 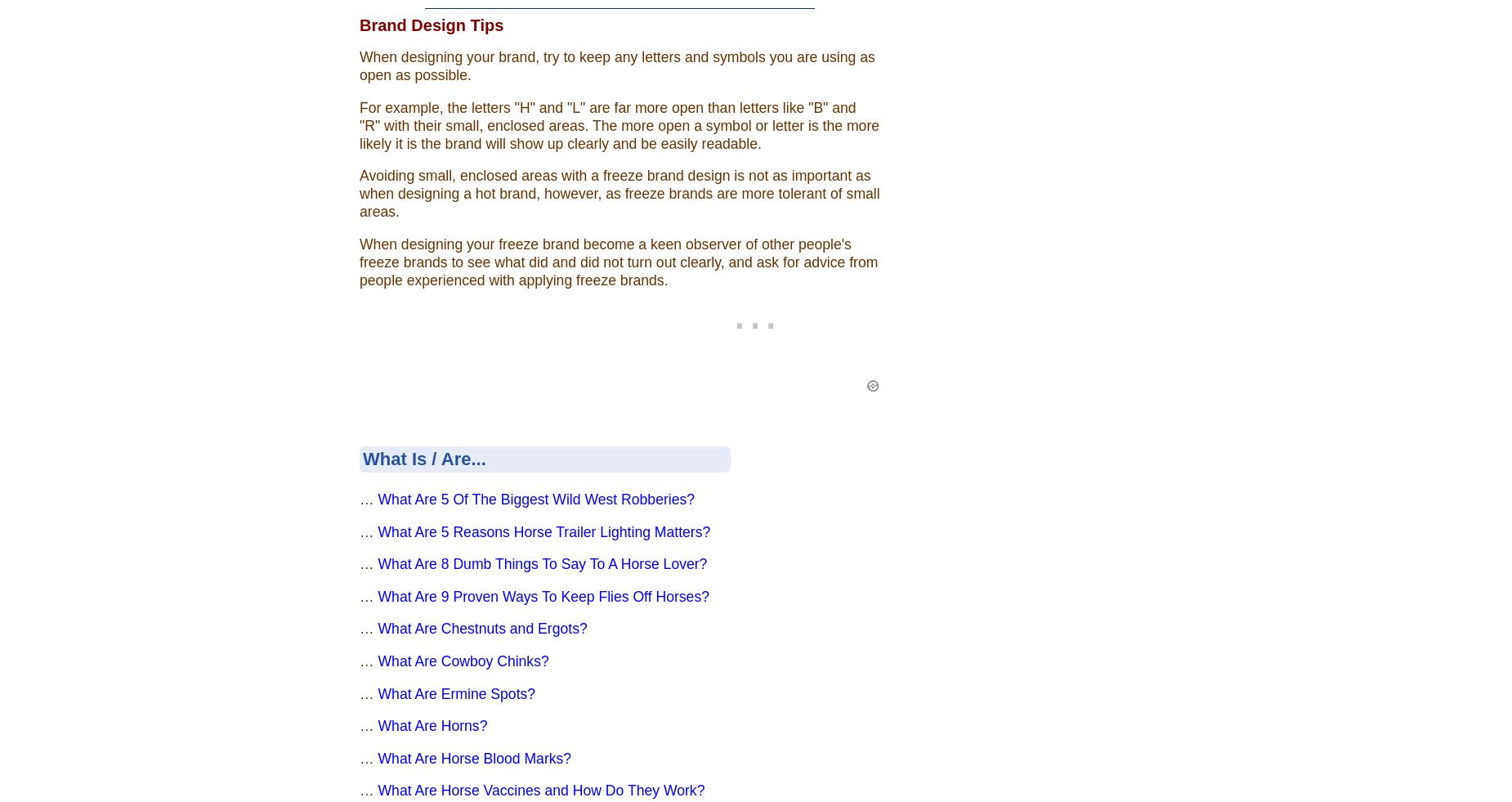 I want to click on 'What Is / Are...', so click(x=423, y=459).